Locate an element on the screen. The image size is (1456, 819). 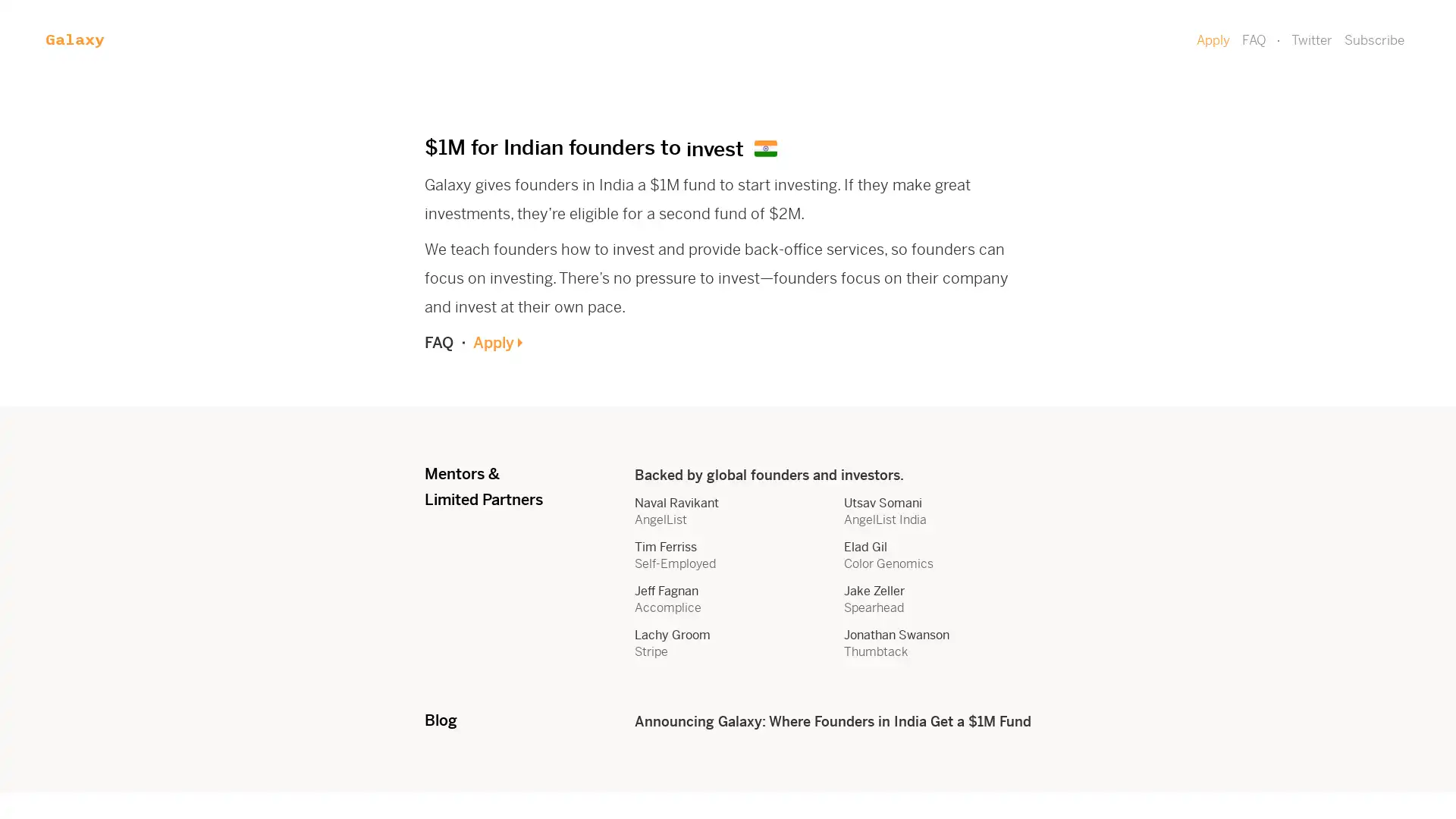
Subscribe is located at coordinates (1309, 45).